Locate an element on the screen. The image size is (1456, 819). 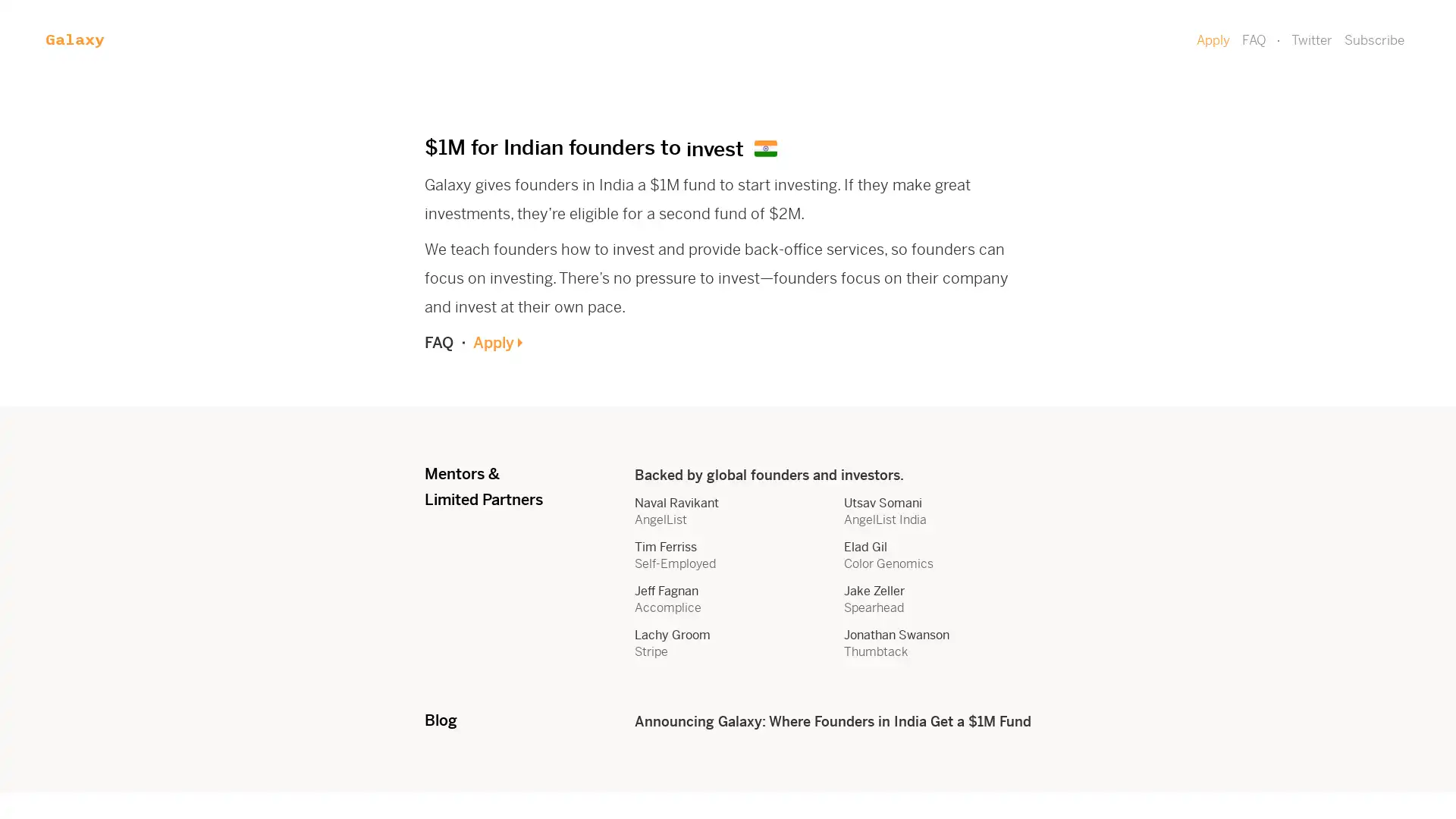
Subscribe is located at coordinates (1309, 45).